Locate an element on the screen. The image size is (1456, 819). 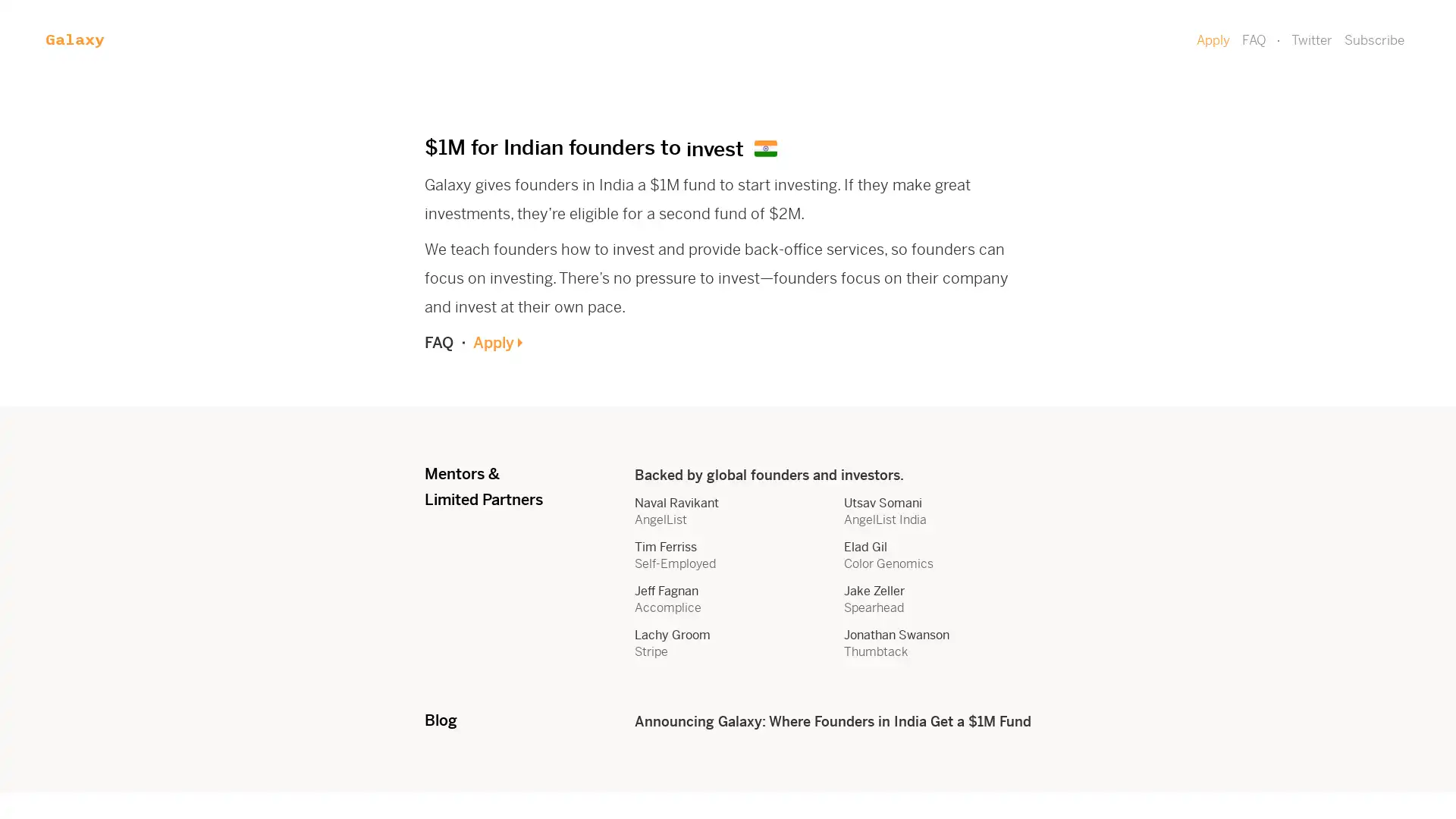
Subscribe is located at coordinates (1309, 45).